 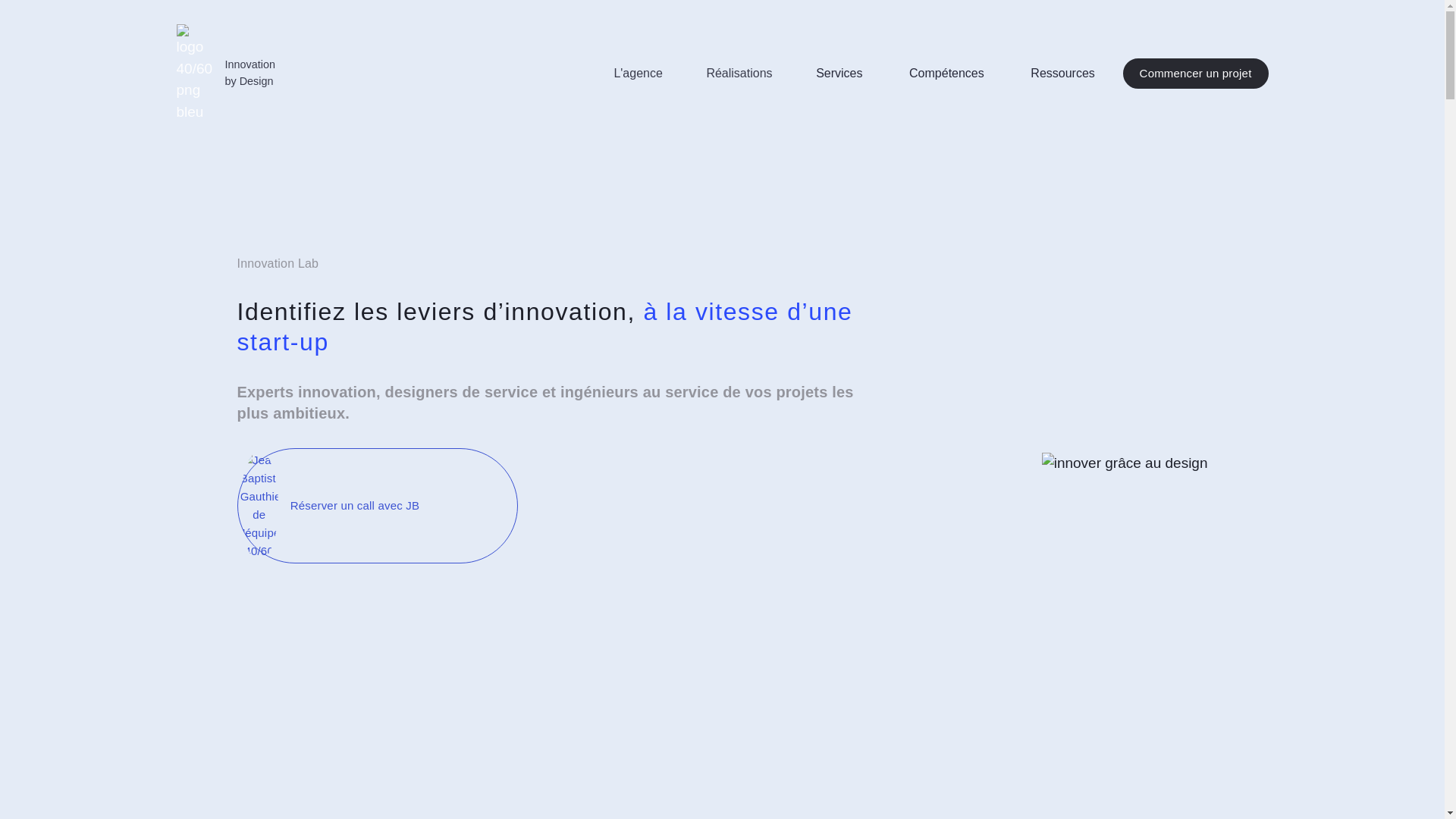 What do you see at coordinates (637, 73) in the screenshot?
I see `'L'agence'` at bounding box center [637, 73].